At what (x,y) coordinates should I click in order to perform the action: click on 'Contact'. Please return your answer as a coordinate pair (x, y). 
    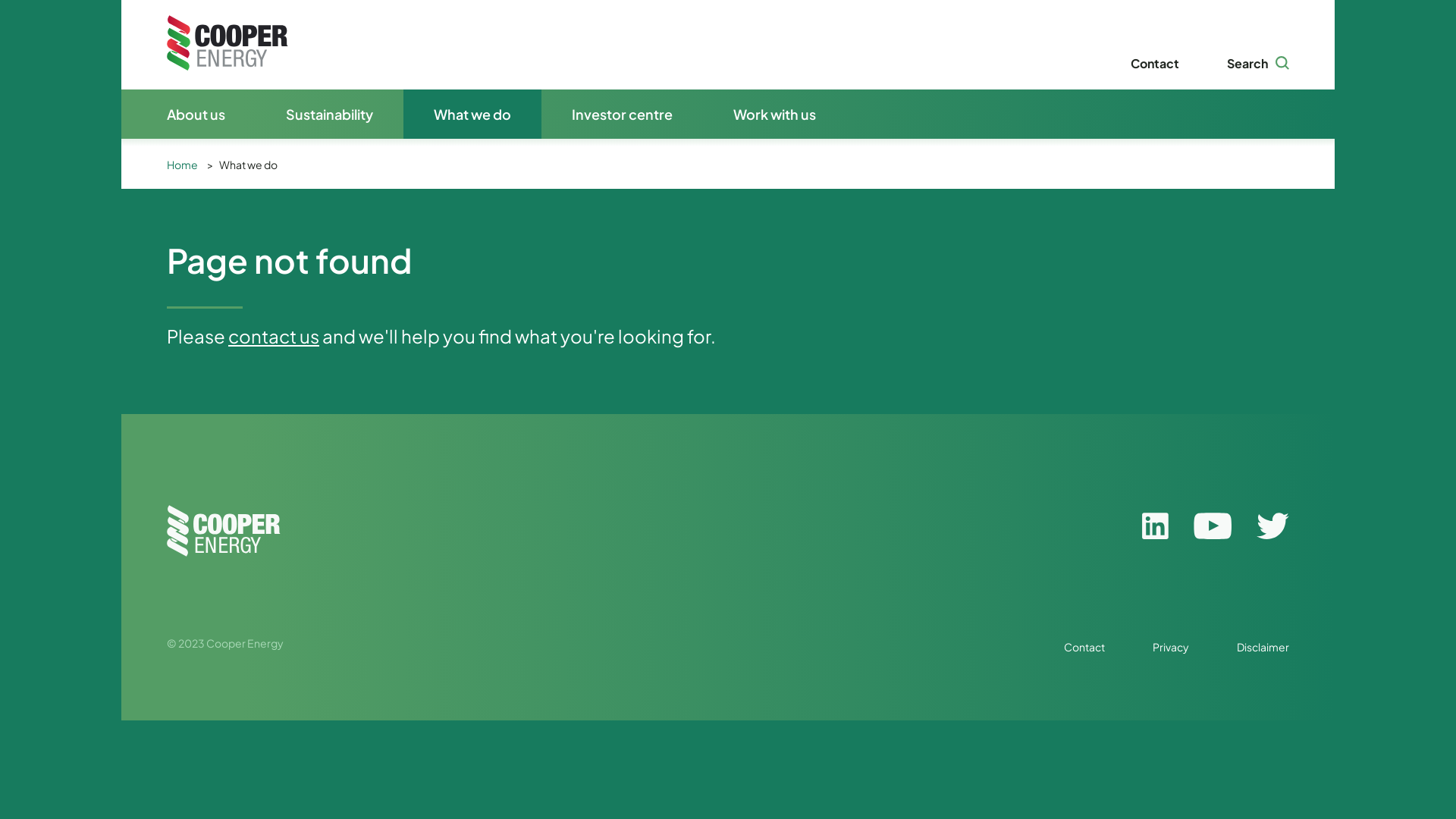
    Looking at the image, I should click on (1084, 646).